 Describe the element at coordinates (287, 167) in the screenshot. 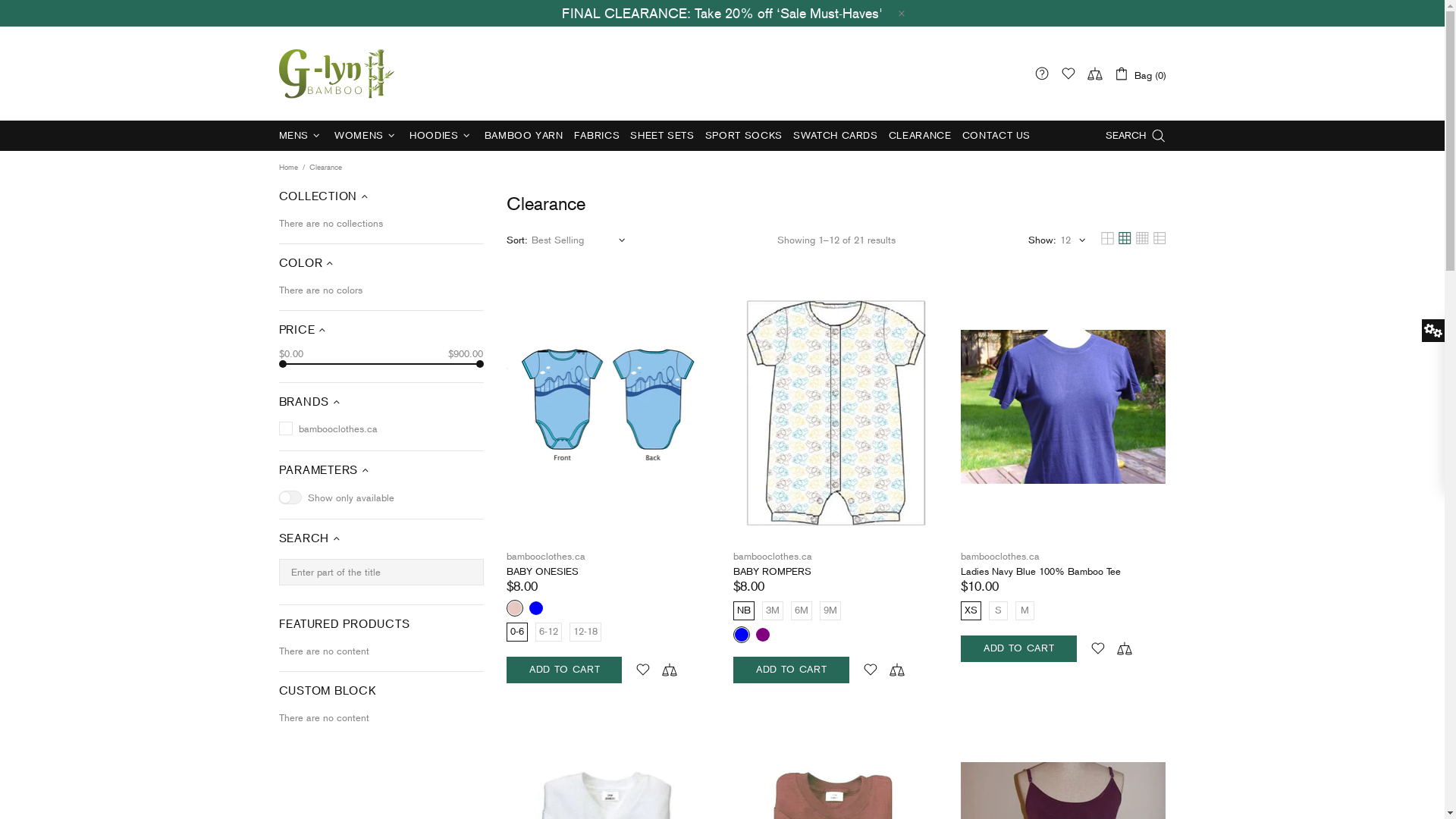

I see `'Home'` at that location.